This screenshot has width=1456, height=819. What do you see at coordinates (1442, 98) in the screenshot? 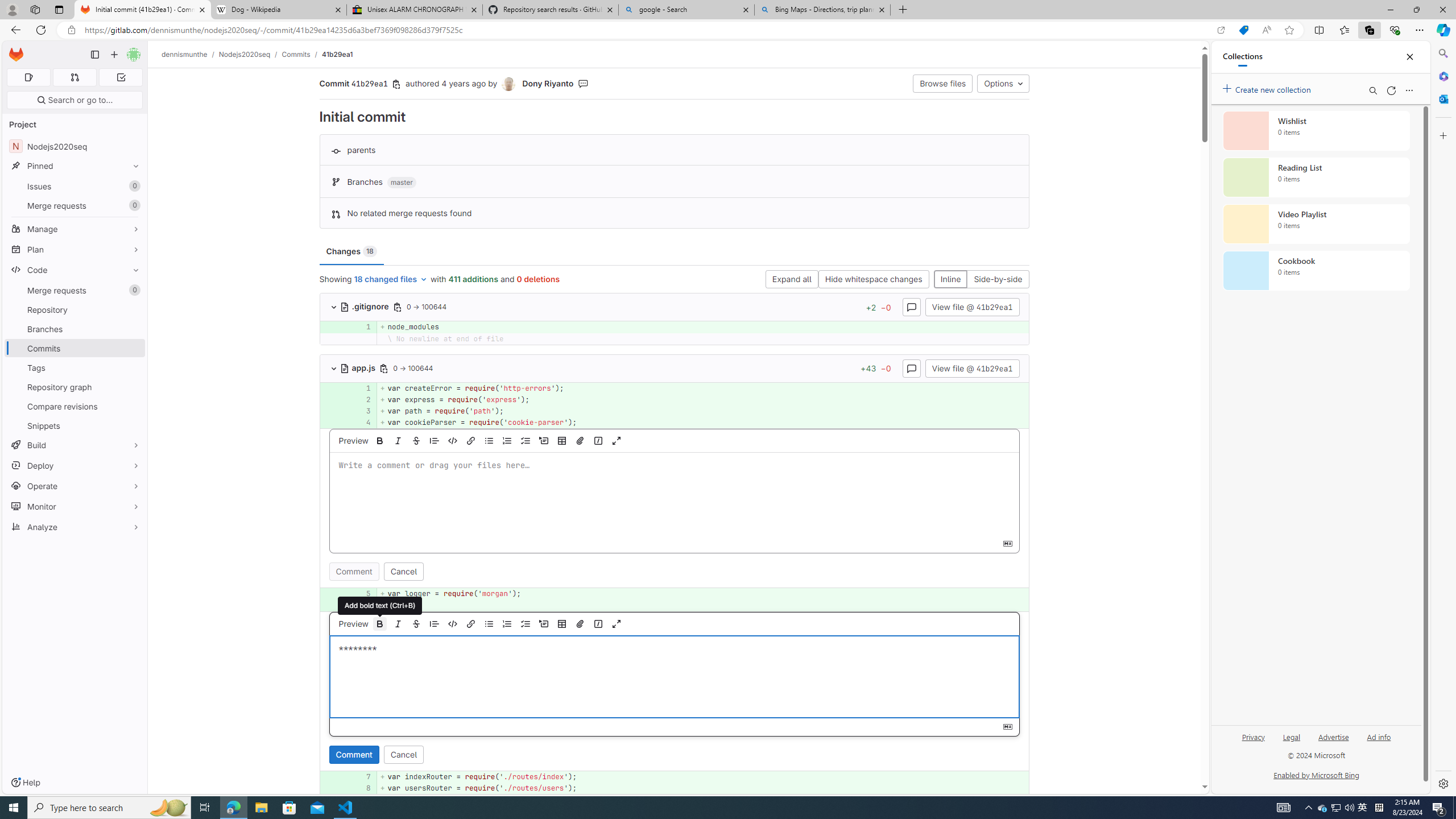
I see `'Outlook'` at bounding box center [1442, 98].